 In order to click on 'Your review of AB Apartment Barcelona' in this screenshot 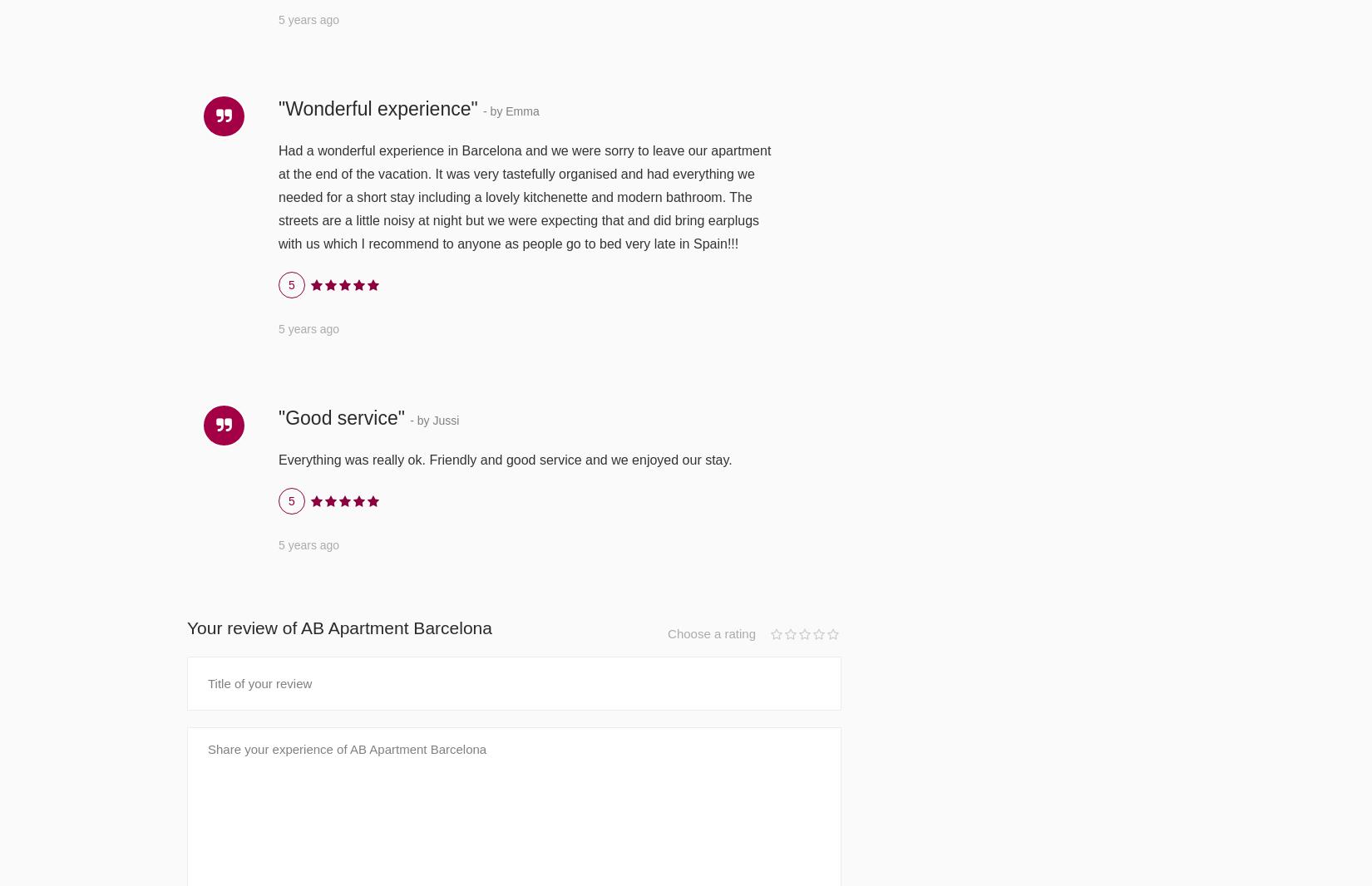, I will do `click(339, 626)`.